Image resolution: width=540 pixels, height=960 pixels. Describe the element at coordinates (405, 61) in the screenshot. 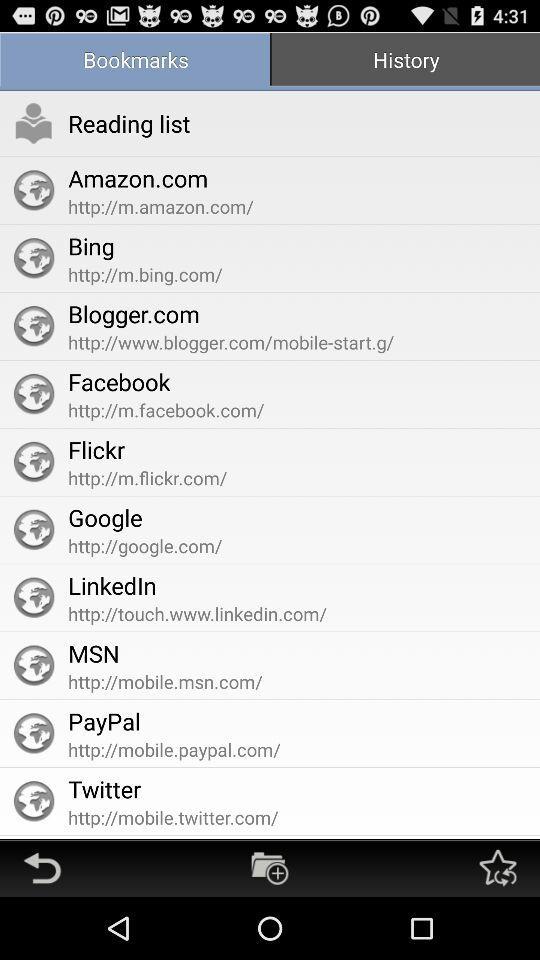

I see `history icon` at that location.